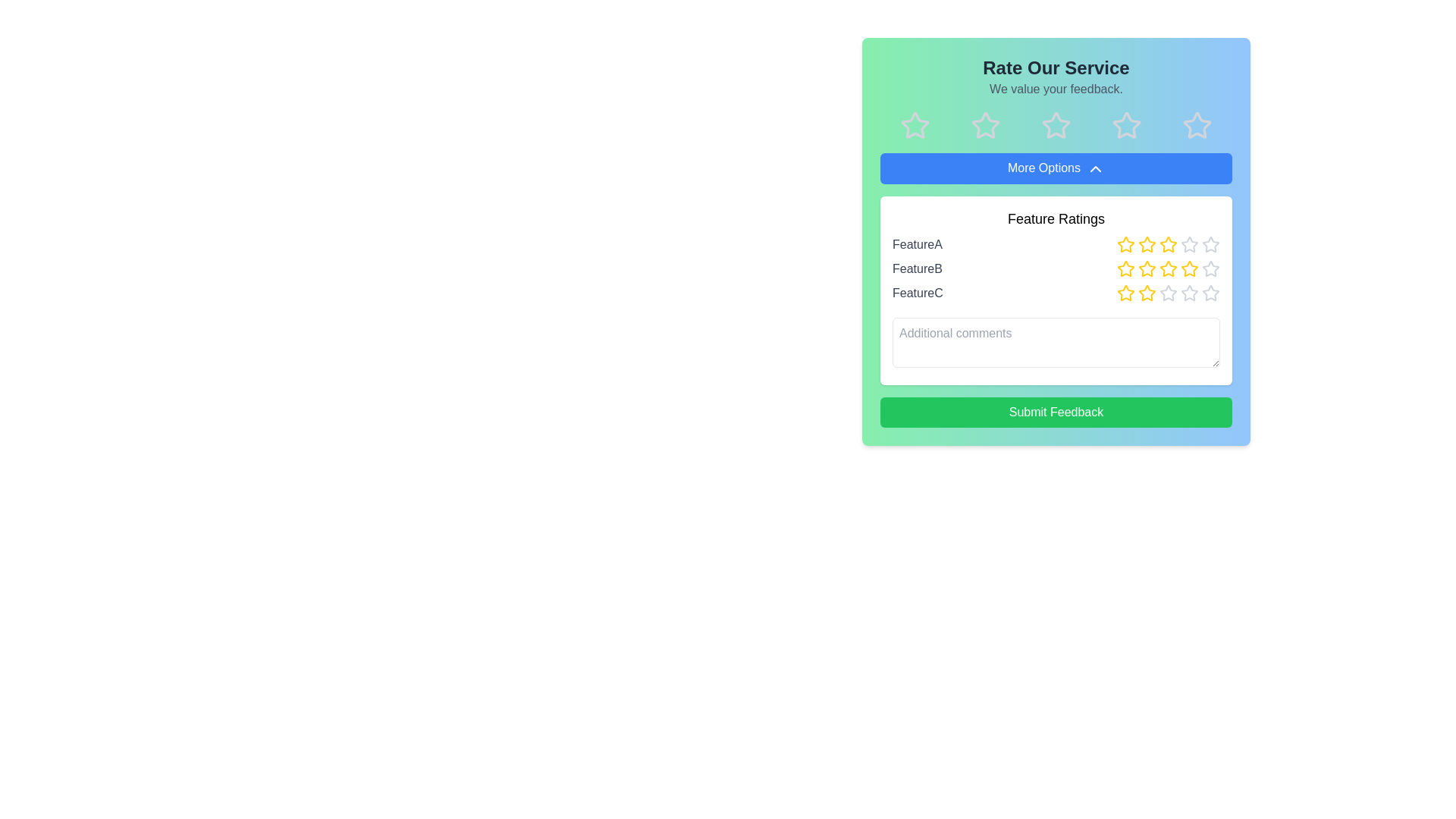 The width and height of the screenshot is (1456, 819). I want to click on text label that reads 'Feature Ratings', which is styled bold and positioned above the feature rating rows in the white panel, so click(1055, 218).